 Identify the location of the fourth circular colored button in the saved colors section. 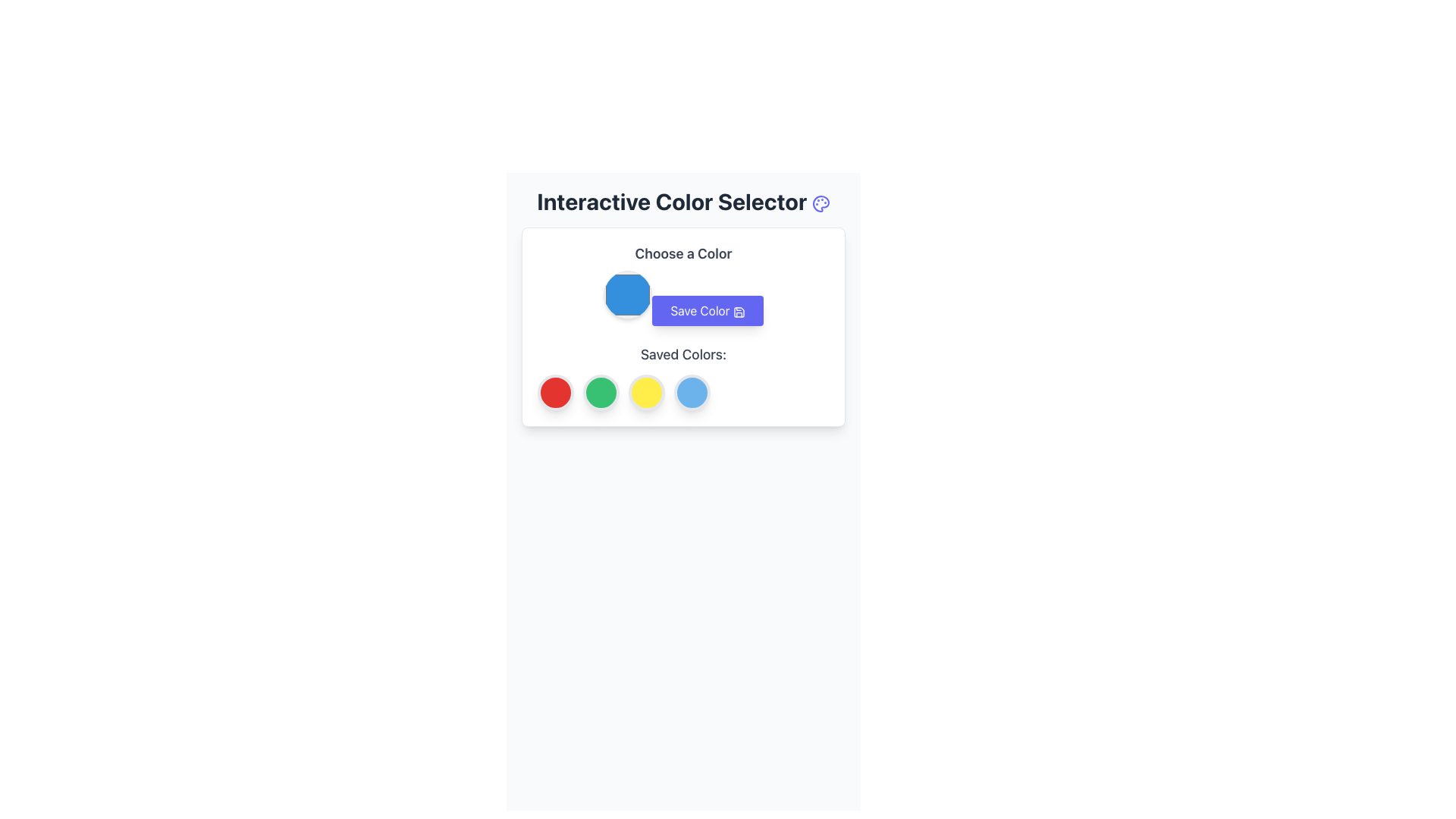
(682, 391).